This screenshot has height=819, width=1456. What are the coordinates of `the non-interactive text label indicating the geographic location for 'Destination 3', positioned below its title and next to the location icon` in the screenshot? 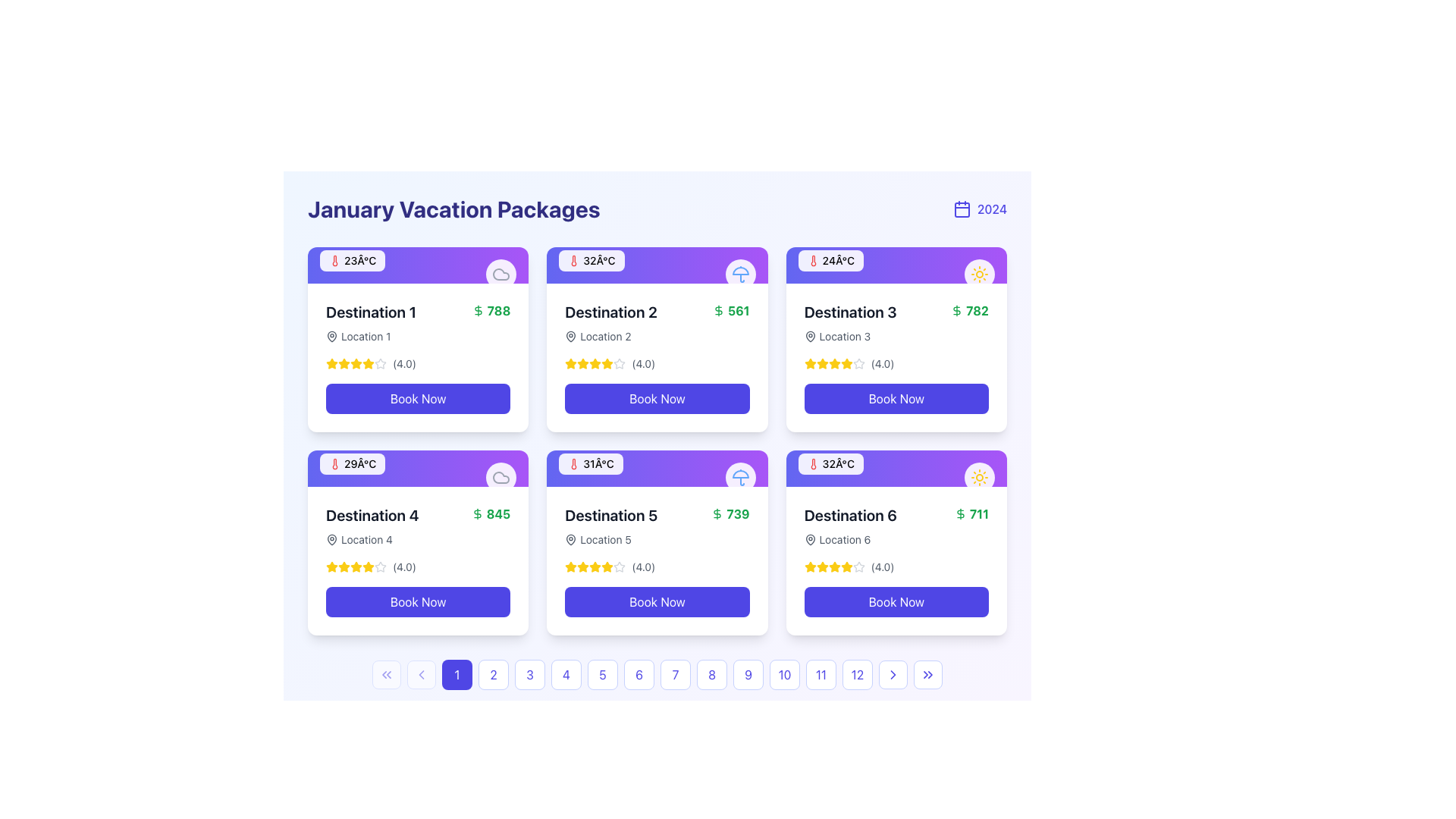 It's located at (844, 335).